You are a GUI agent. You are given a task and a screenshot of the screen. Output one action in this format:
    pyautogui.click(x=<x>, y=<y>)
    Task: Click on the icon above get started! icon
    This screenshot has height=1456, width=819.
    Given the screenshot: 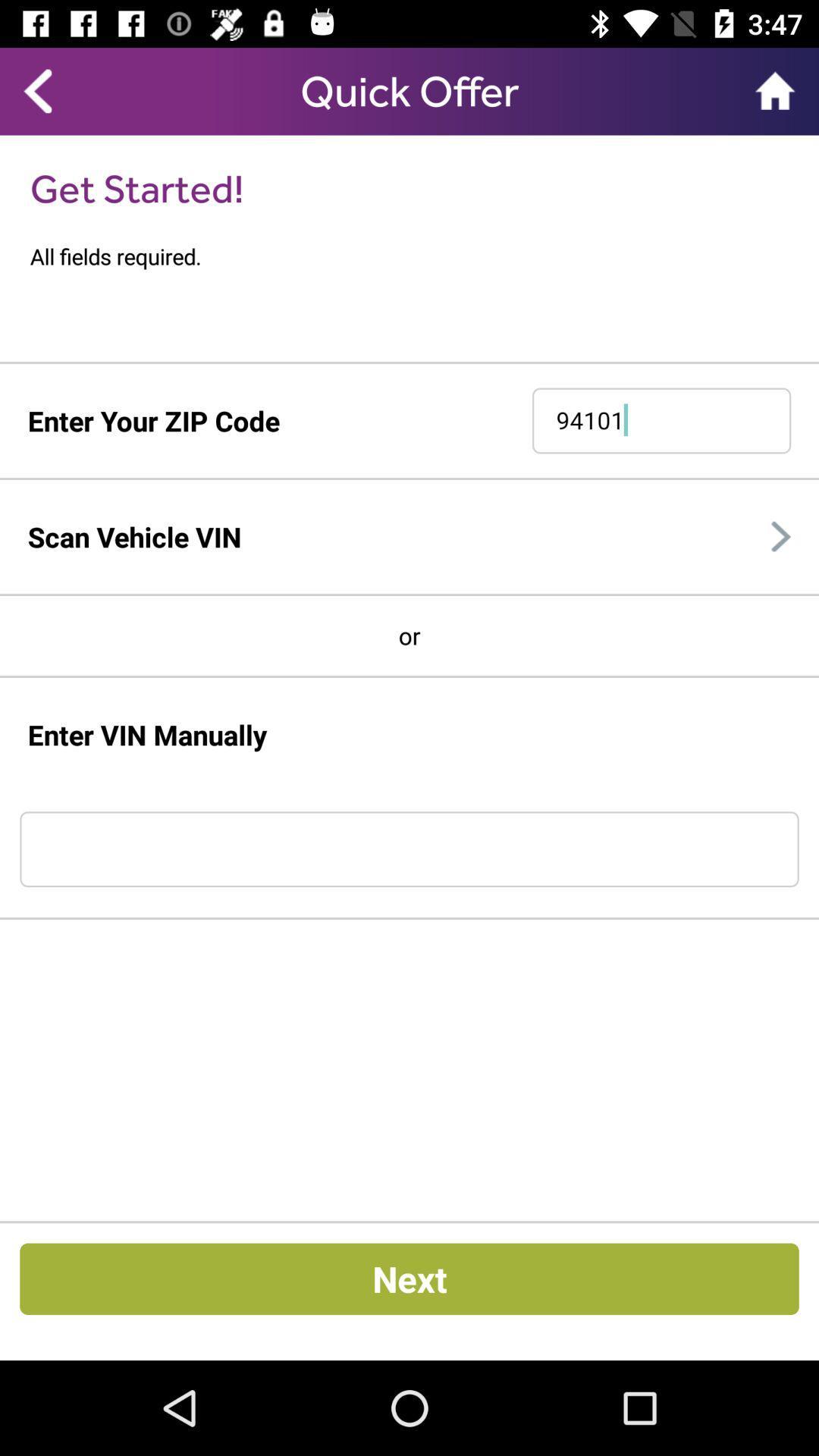 What is the action you would take?
    pyautogui.click(x=36, y=90)
    